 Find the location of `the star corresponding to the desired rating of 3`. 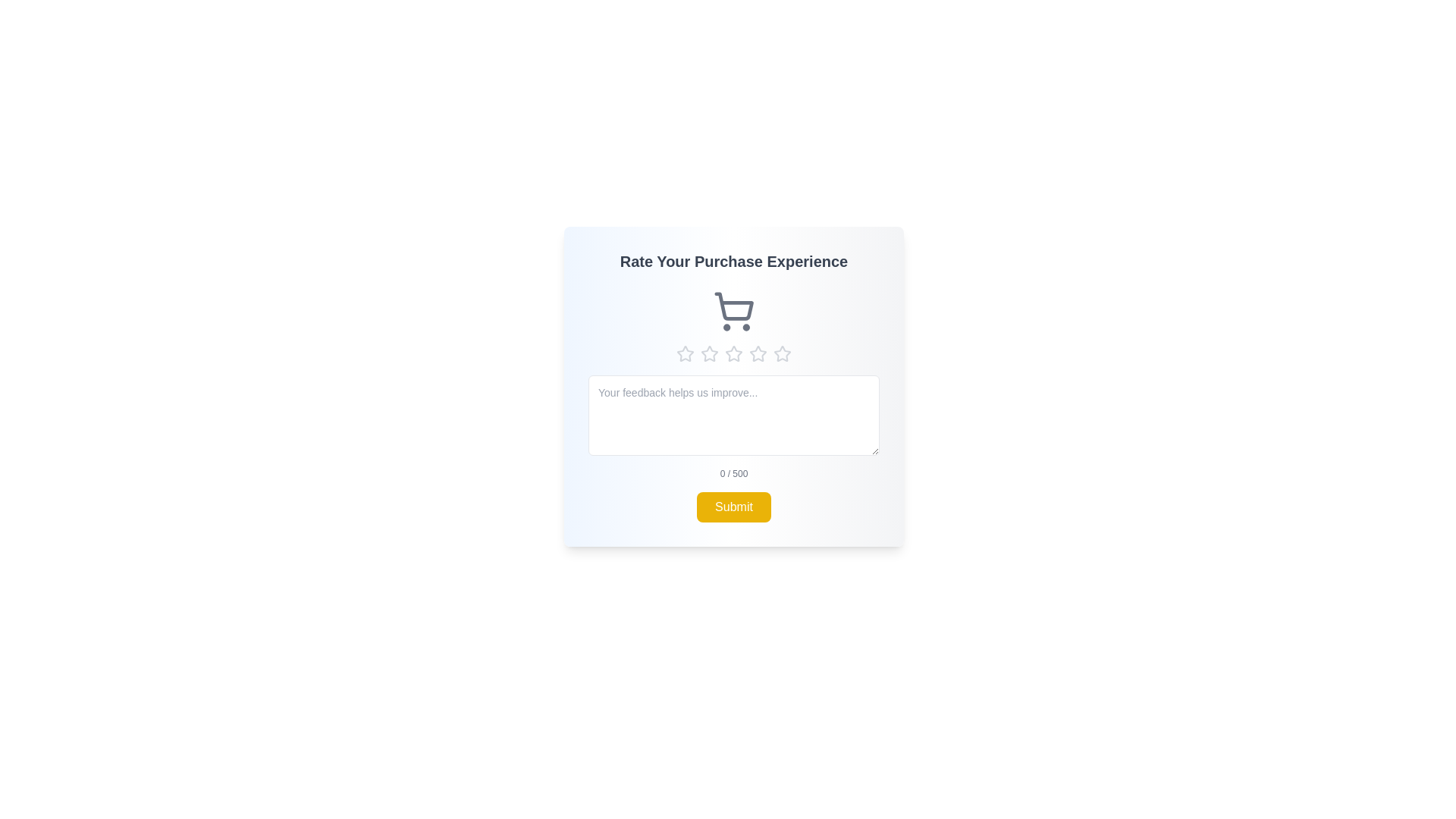

the star corresponding to the desired rating of 3 is located at coordinates (734, 353).